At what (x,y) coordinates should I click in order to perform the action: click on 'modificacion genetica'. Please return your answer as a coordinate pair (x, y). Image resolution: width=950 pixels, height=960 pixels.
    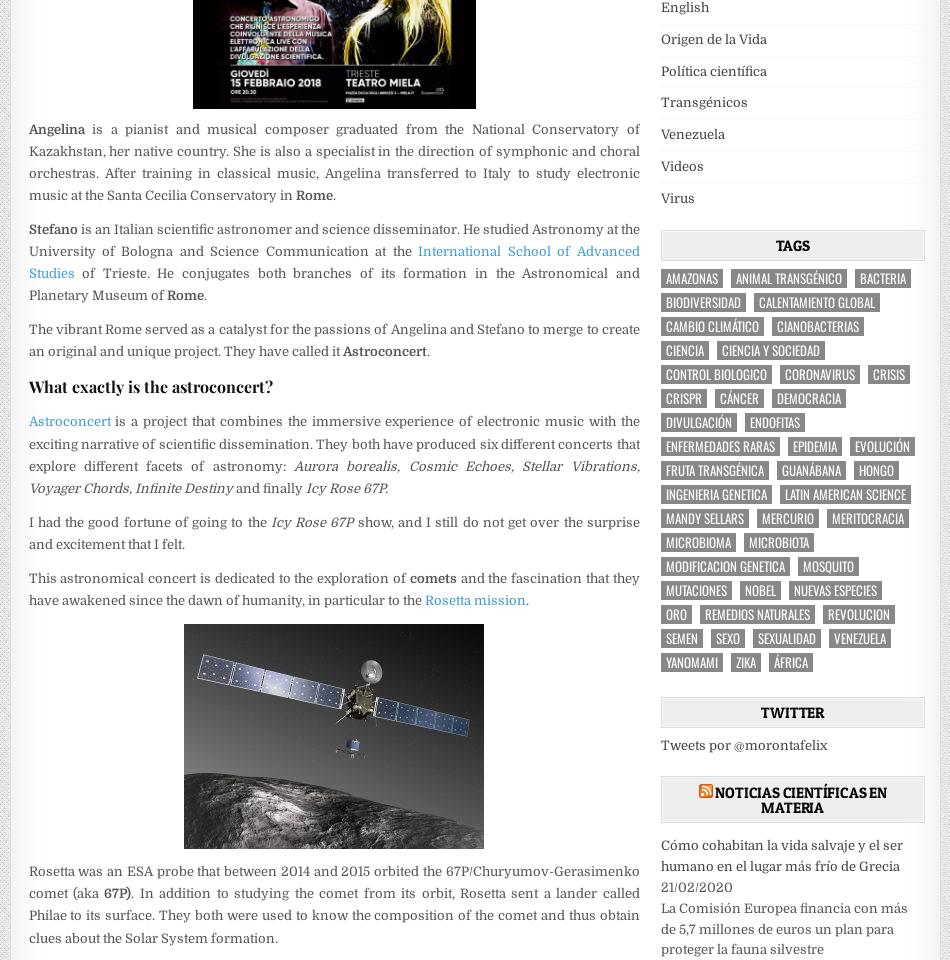
    Looking at the image, I should click on (723, 564).